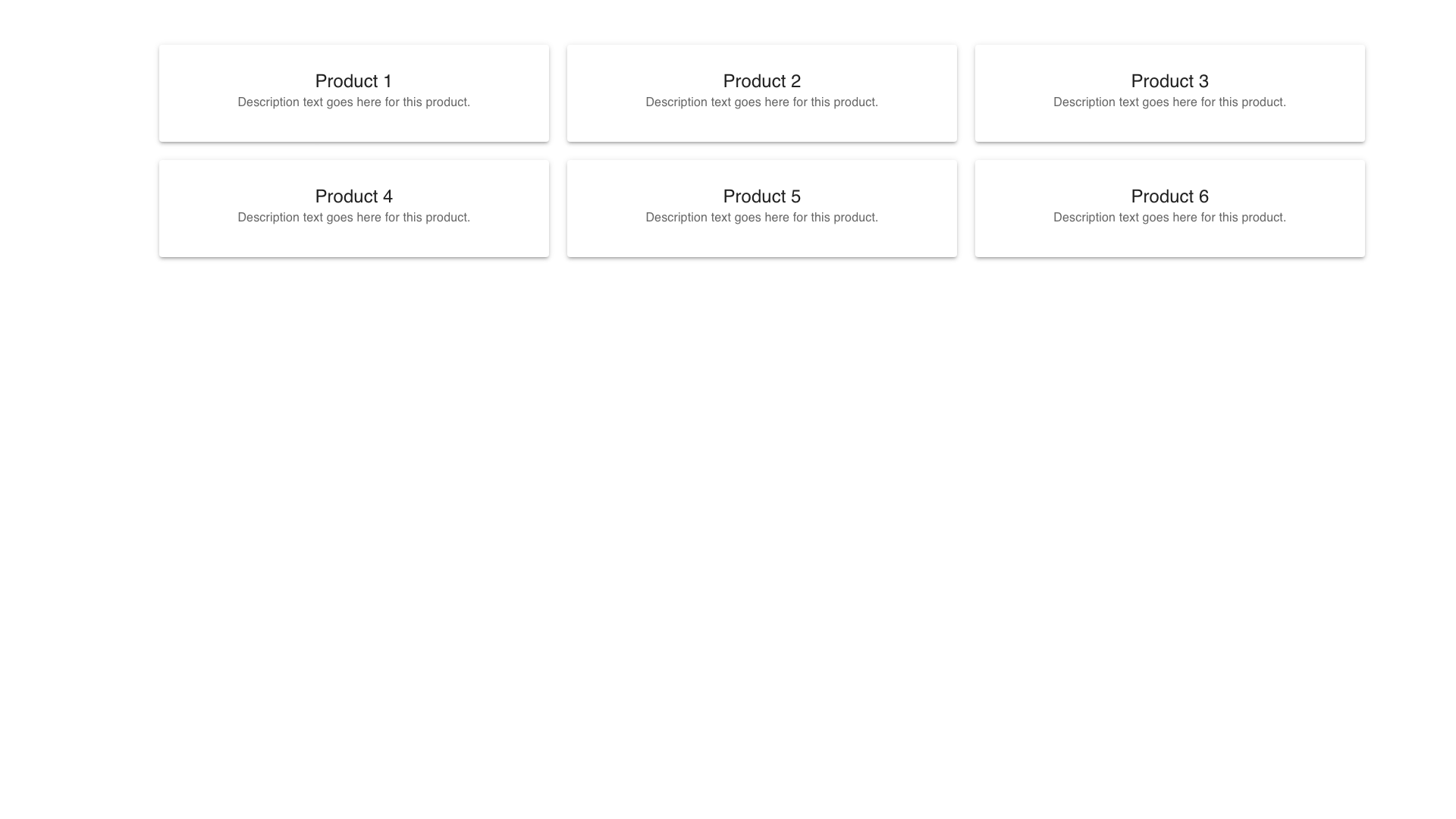  What do you see at coordinates (1169, 102) in the screenshot?
I see `the text label displaying 'Description text goes here for this product.' located directly below the 'Product 3' heading in the card interface` at bounding box center [1169, 102].